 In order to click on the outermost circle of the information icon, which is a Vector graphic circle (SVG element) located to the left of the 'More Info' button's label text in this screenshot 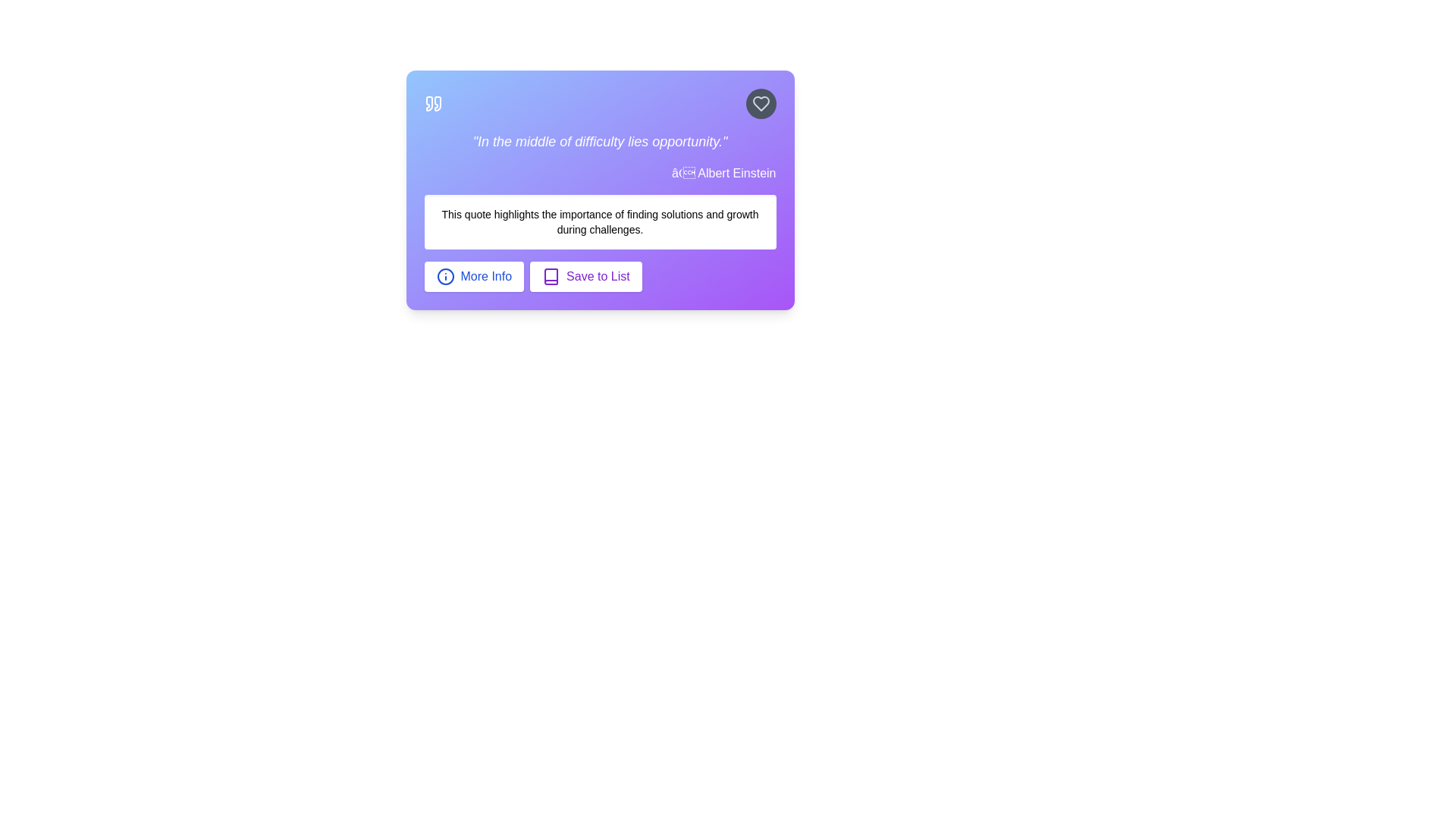, I will do `click(444, 277)`.